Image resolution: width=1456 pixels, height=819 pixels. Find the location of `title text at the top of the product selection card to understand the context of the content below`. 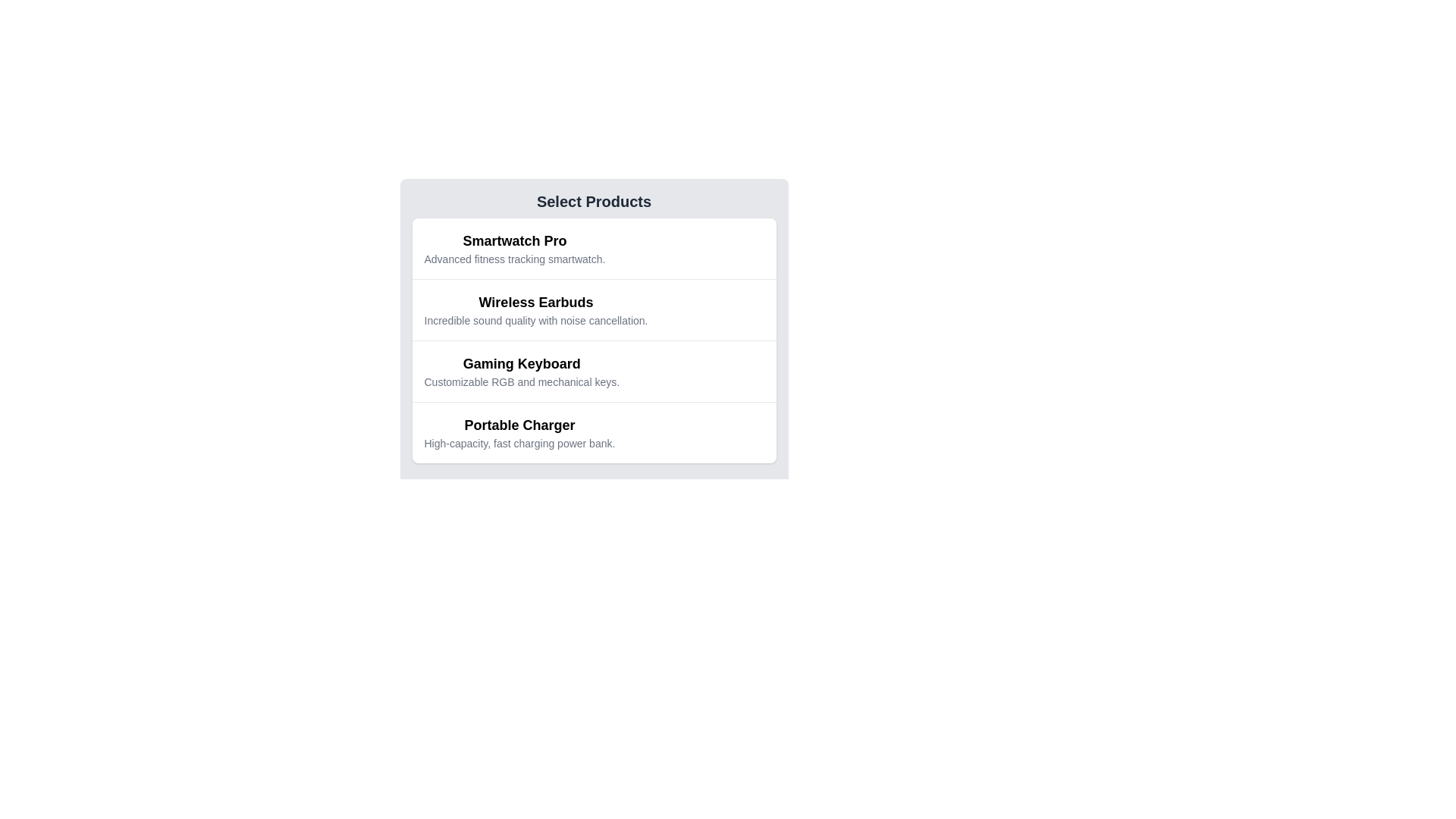

title text at the top of the product selection card to understand the context of the content below is located at coordinates (593, 201).